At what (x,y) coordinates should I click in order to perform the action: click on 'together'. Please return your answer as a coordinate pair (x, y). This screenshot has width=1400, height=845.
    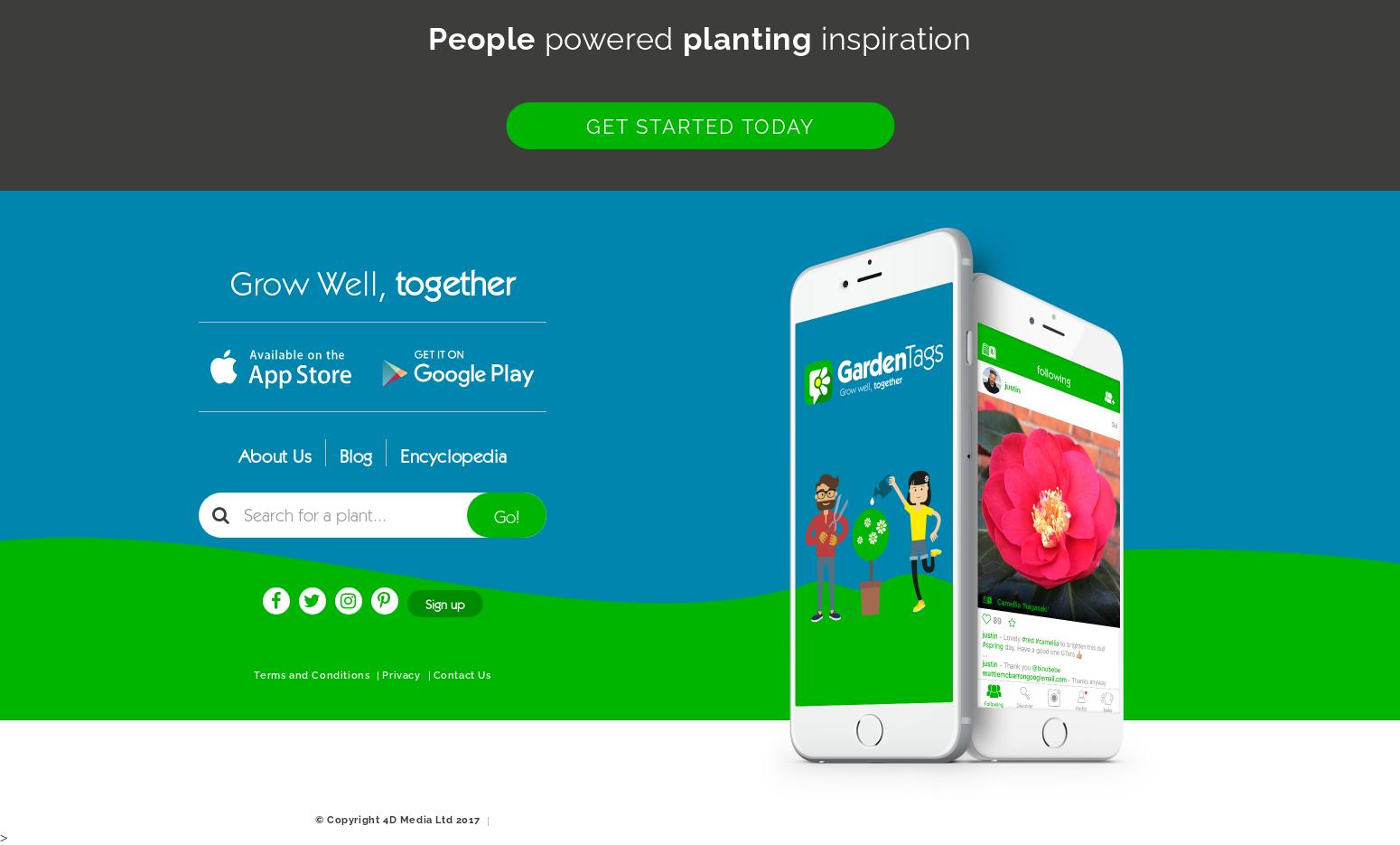
    Looking at the image, I should click on (394, 284).